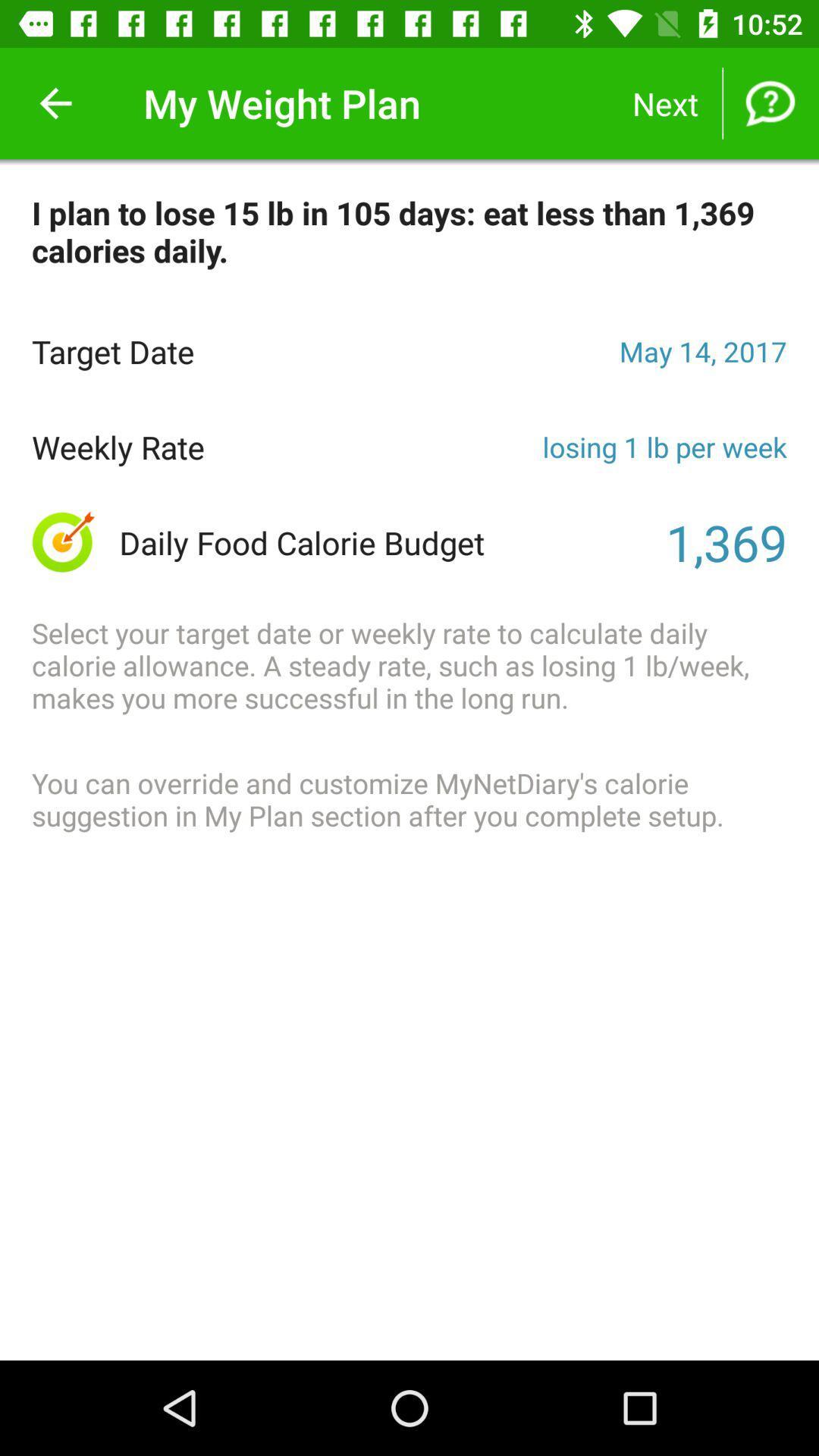 This screenshot has height=1456, width=819. Describe the element at coordinates (55, 102) in the screenshot. I see `item to the left of the my weight plan icon` at that location.